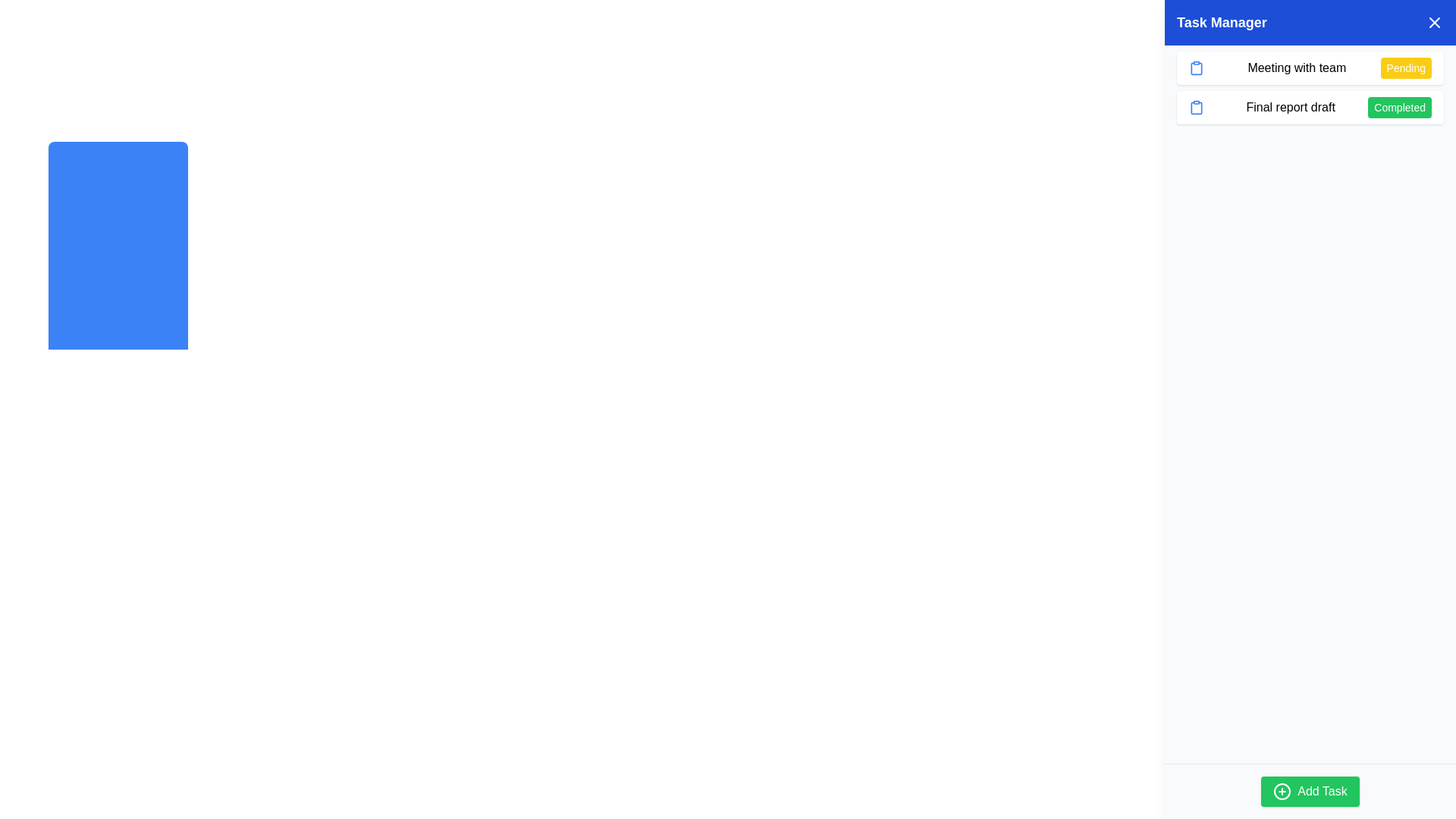  I want to click on the Status Indicator located, so click(1399, 107).